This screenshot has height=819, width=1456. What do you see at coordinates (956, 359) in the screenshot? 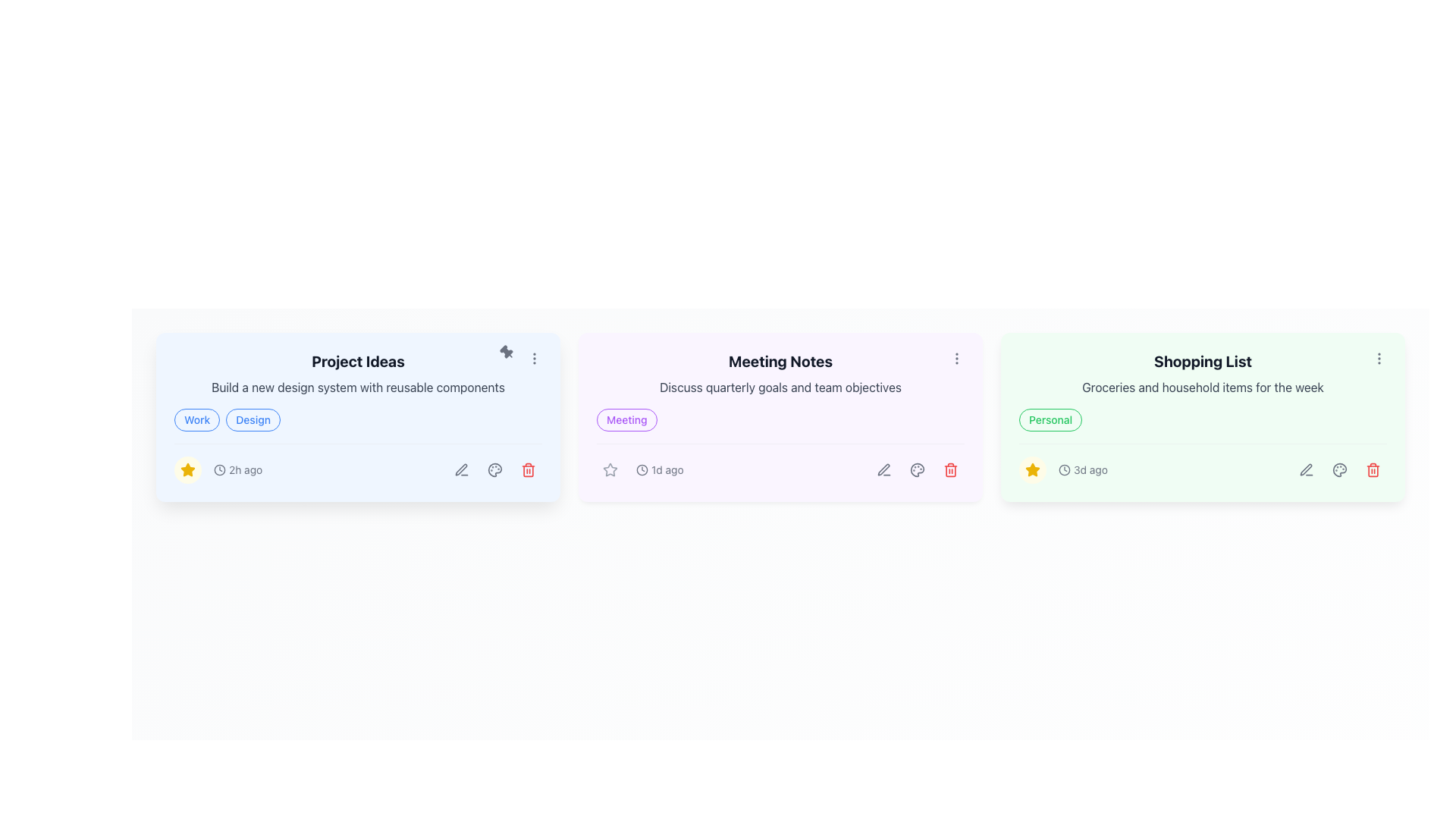
I see `the icon located at the top-right corner of the 'Meeting Notes' card` at bounding box center [956, 359].